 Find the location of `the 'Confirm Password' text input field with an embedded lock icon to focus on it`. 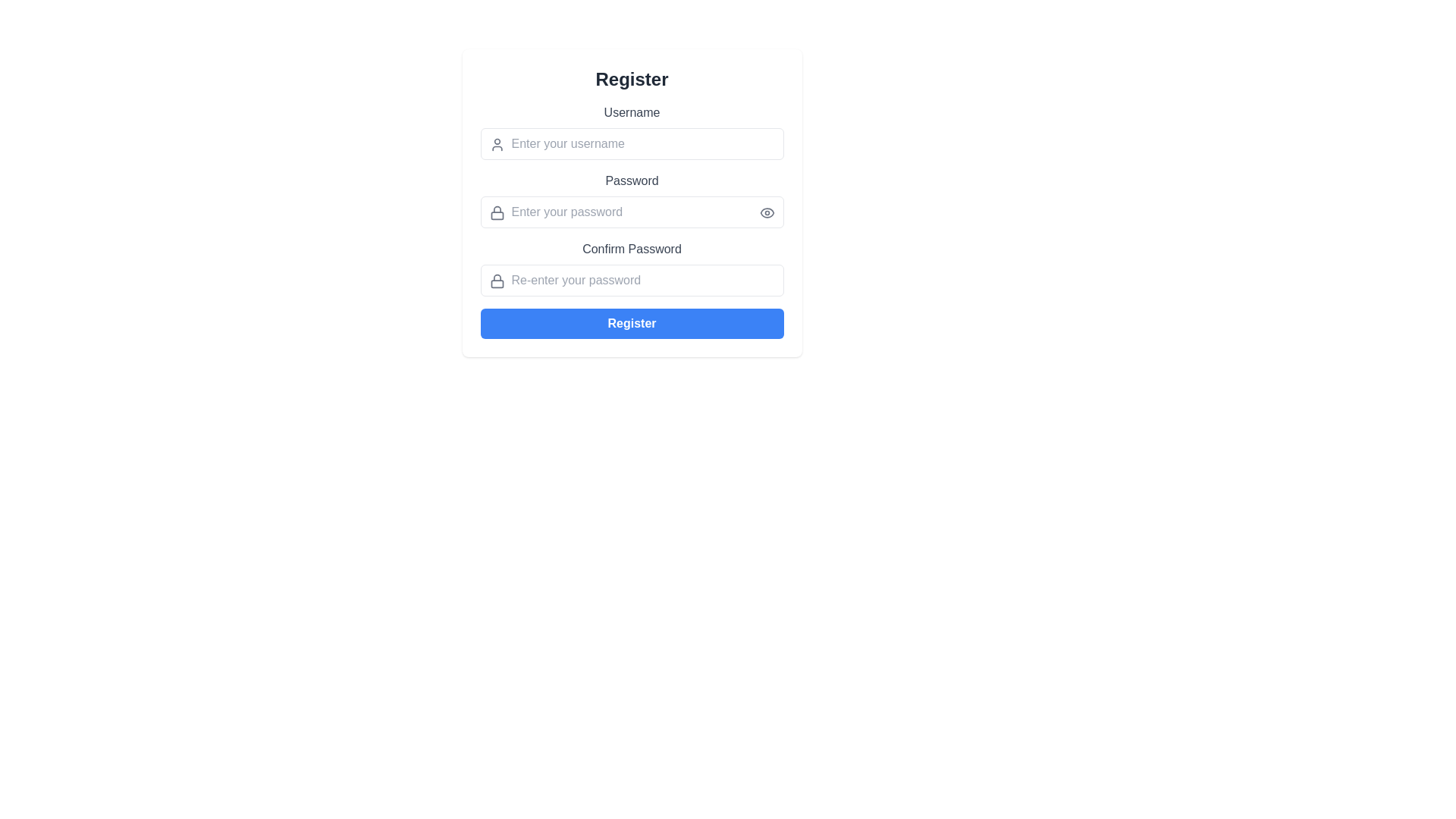

the 'Confirm Password' text input field with an embedded lock icon to focus on it is located at coordinates (632, 281).